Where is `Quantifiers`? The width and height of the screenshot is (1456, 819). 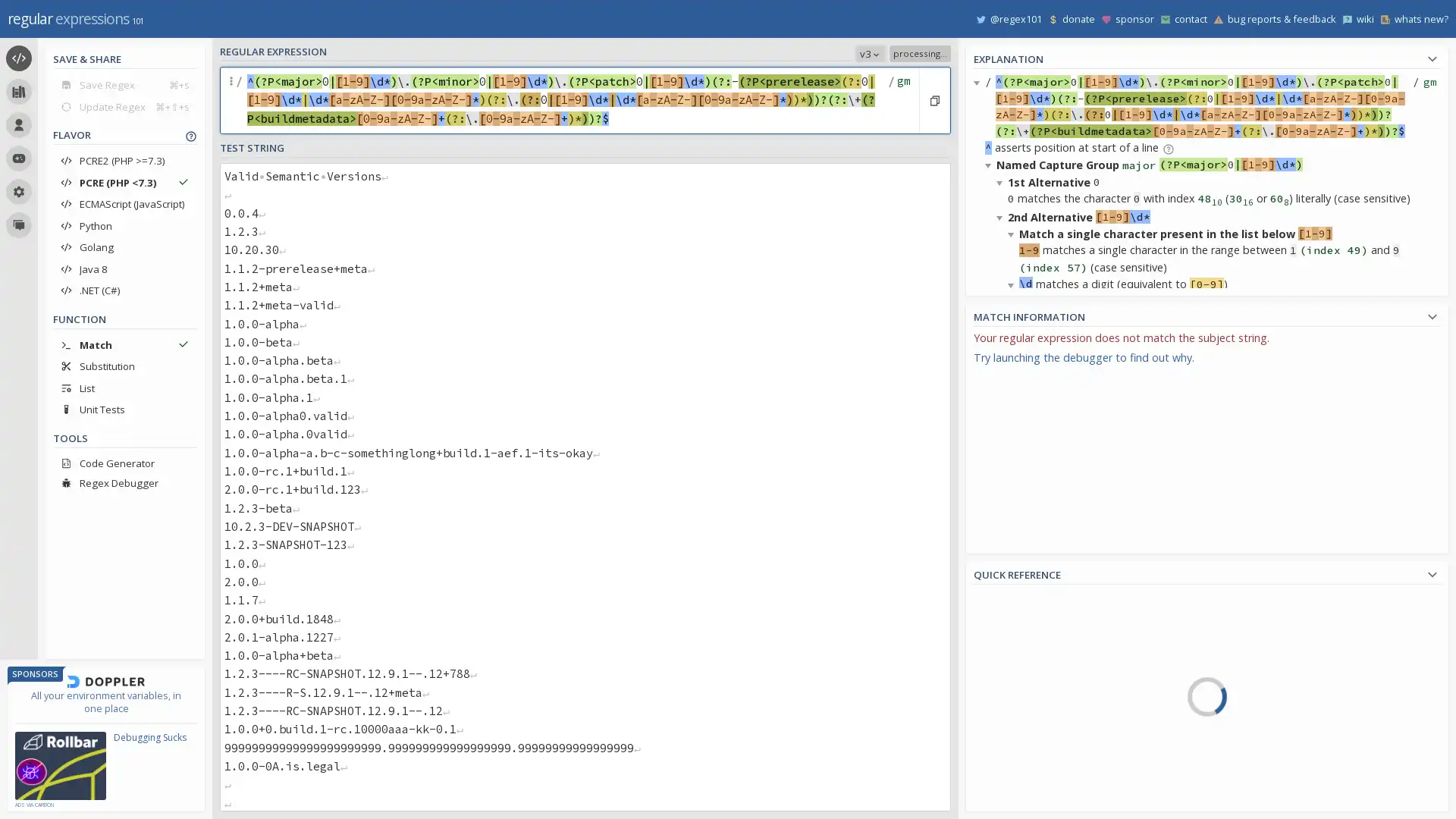 Quantifiers is located at coordinates (1044, 736).